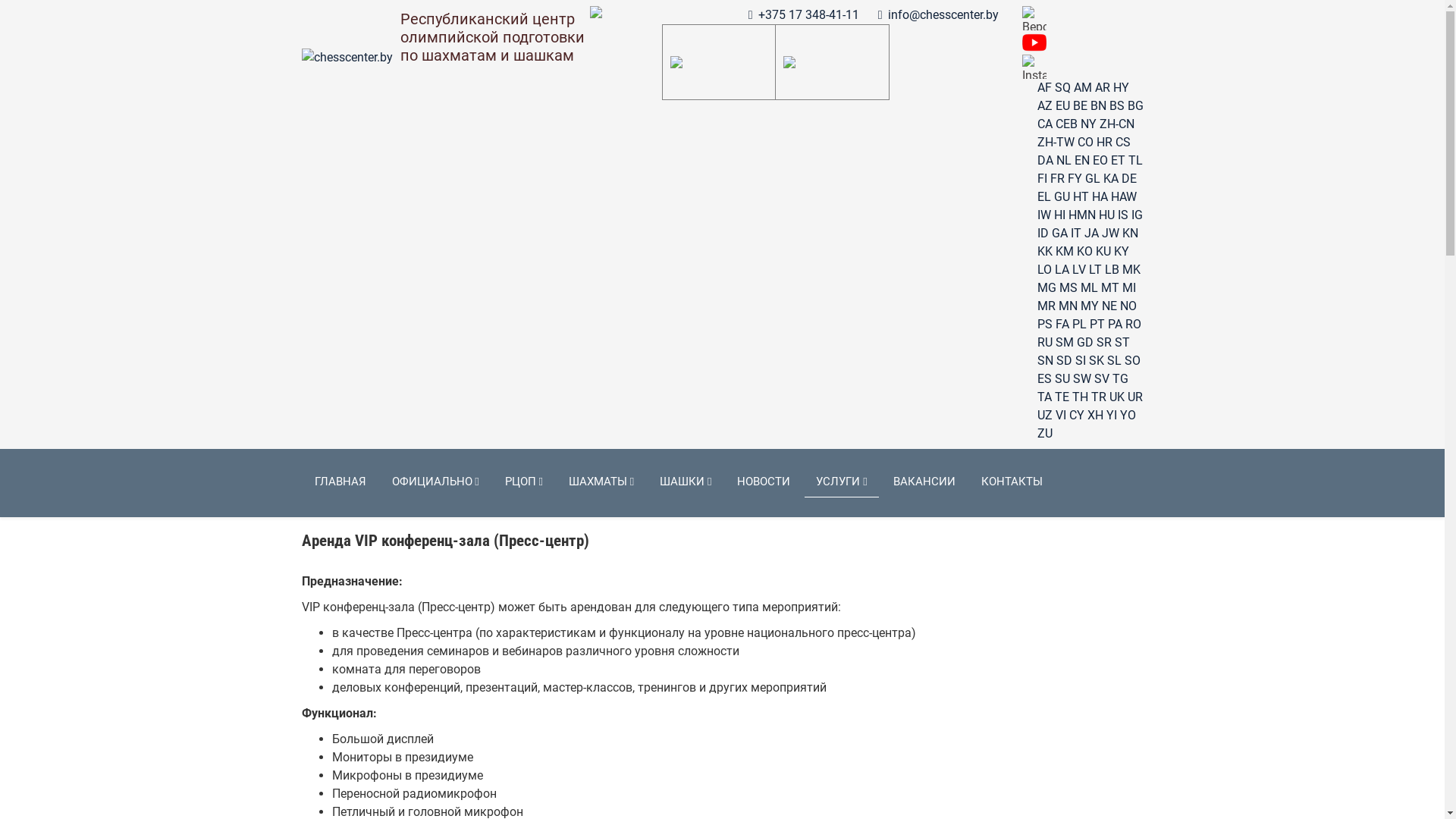 This screenshot has height=819, width=1456. What do you see at coordinates (1117, 123) in the screenshot?
I see `'ZH-CN'` at bounding box center [1117, 123].